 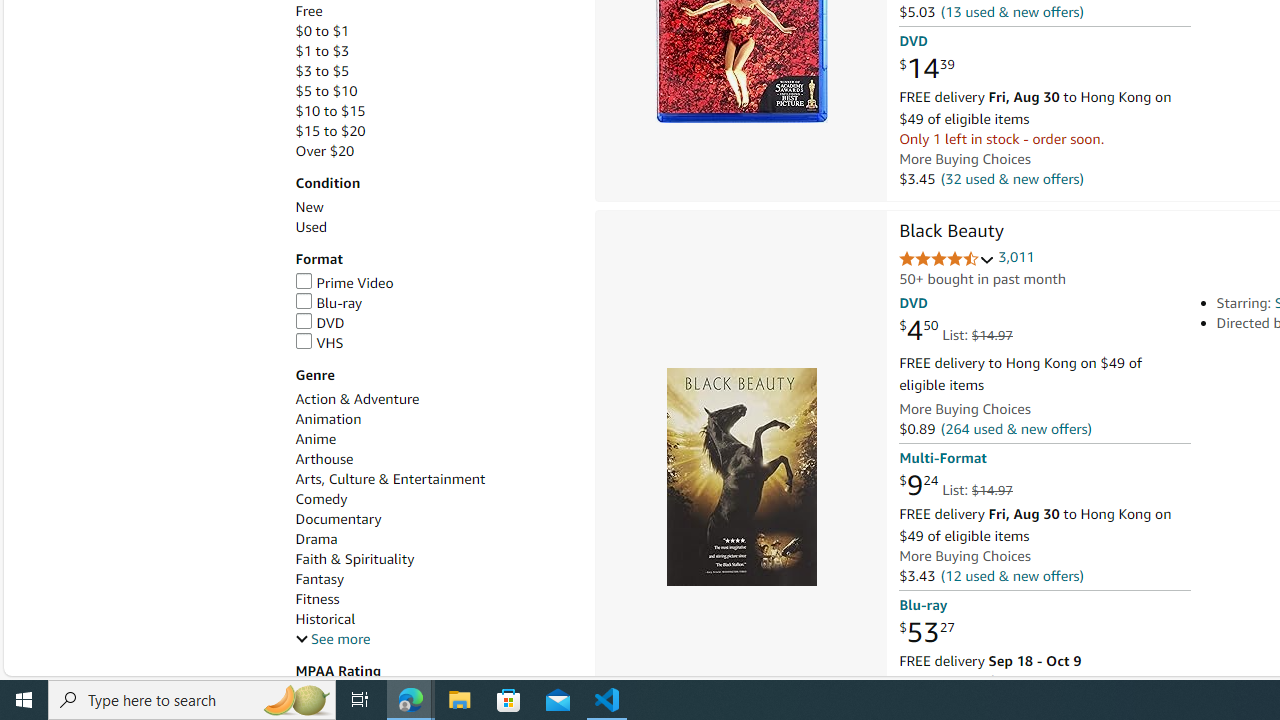 What do you see at coordinates (433, 579) in the screenshot?
I see `'Fantasy'` at bounding box center [433, 579].